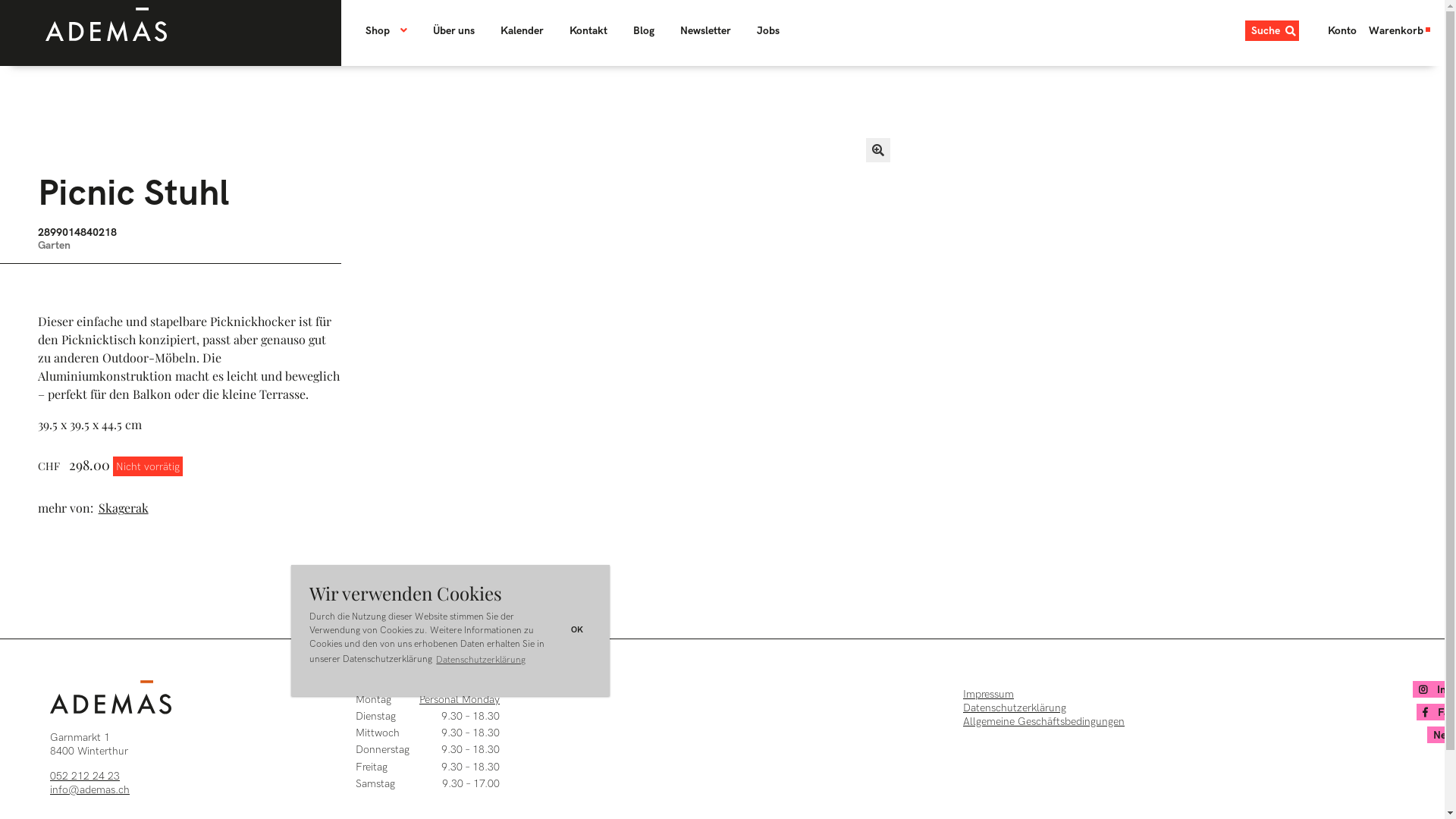 The height and width of the screenshot is (819, 1456). What do you see at coordinates (704, 30) in the screenshot?
I see `'Newsletter'` at bounding box center [704, 30].